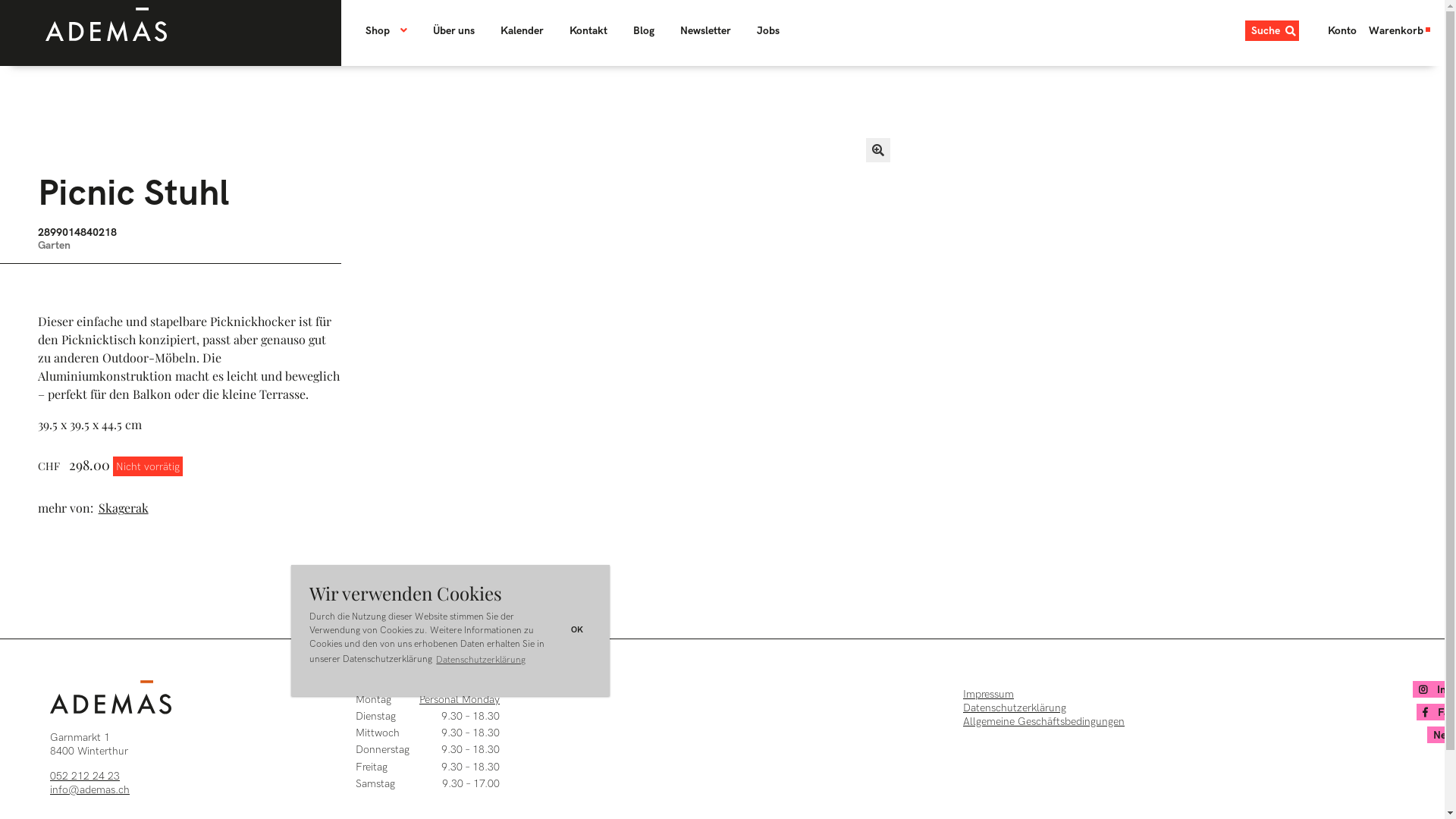 The height and width of the screenshot is (819, 1456). What do you see at coordinates (704, 30) in the screenshot?
I see `'Newsletter'` at bounding box center [704, 30].